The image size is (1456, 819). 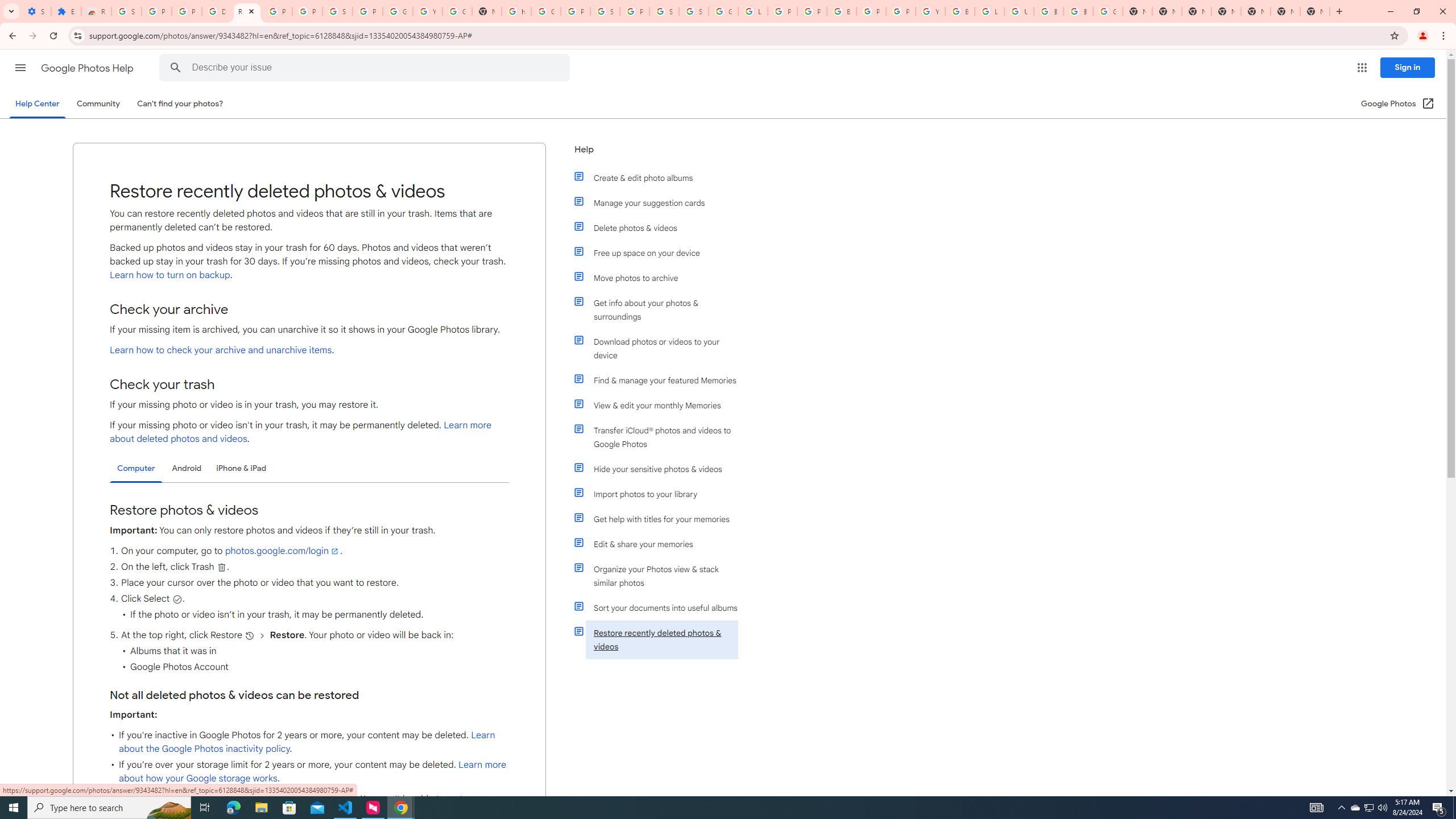 I want to click on 'Extensions', so click(x=65, y=11).